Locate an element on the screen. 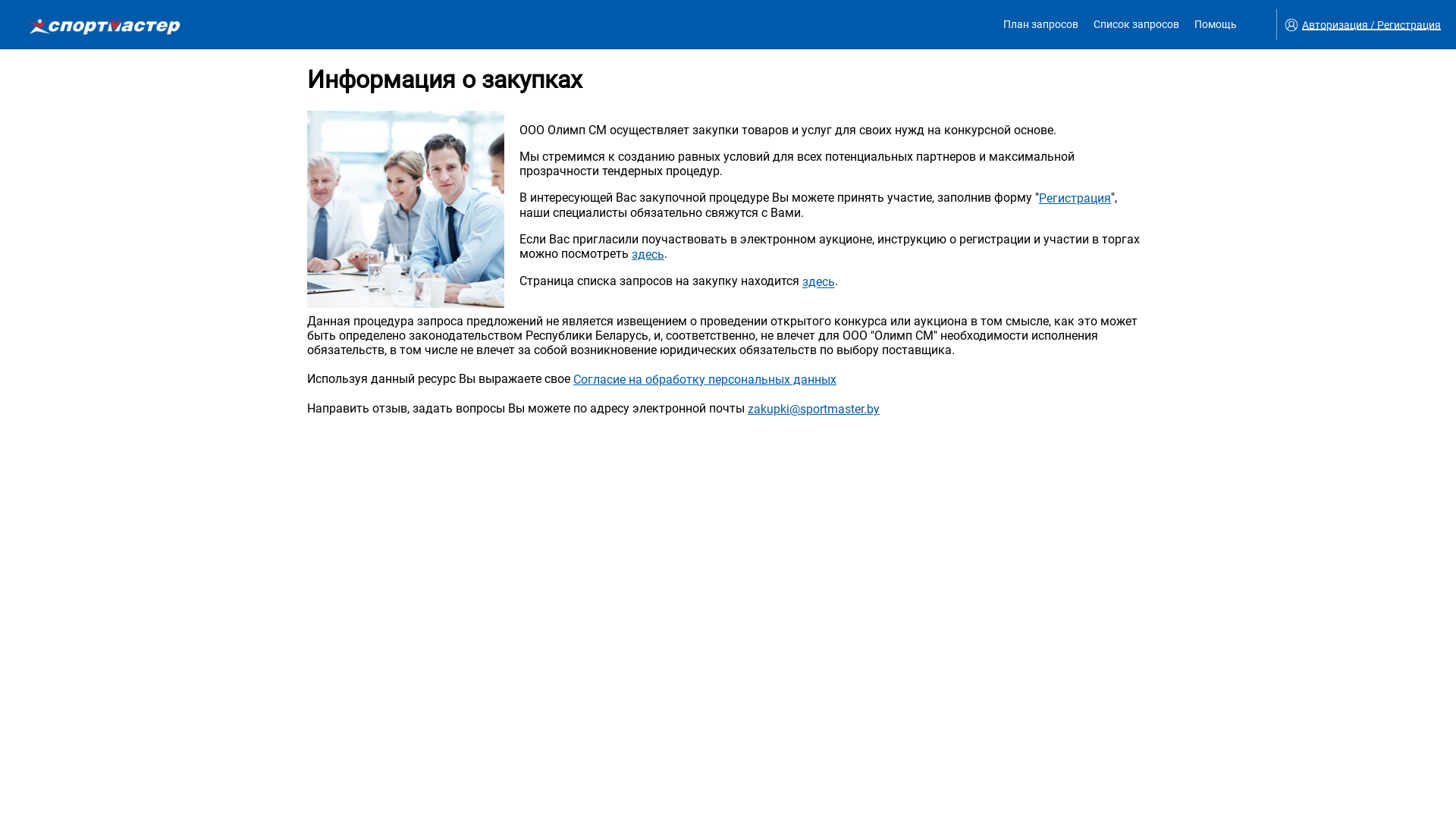 The image size is (1456, 819). 'zakupki@sportmaster.by' is located at coordinates (813, 408).